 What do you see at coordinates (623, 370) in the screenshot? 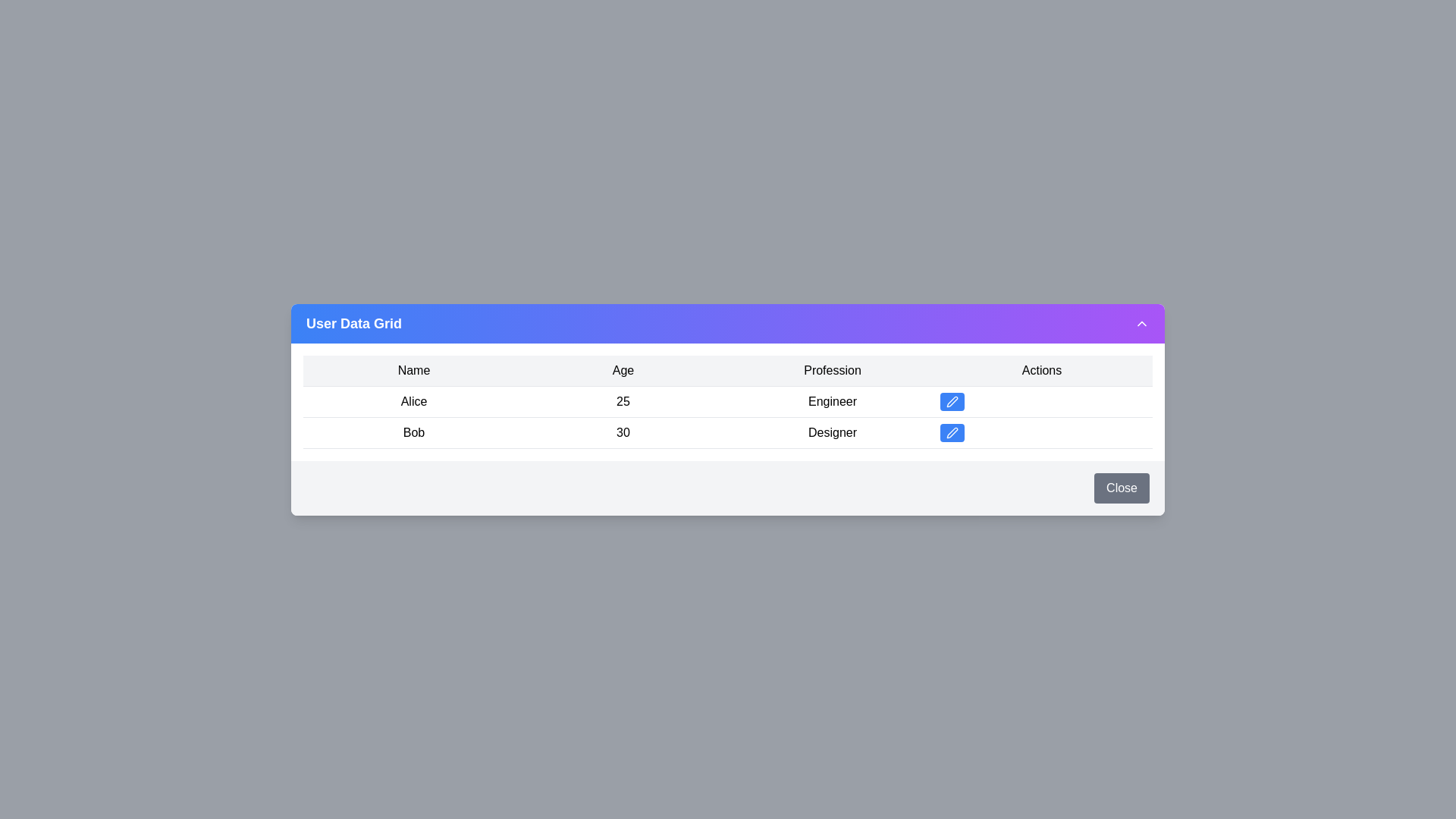
I see `the 'Age' column header label, which is the second column header in the data table, positioned between 'Name' and 'Profession'` at bounding box center [623, 370].